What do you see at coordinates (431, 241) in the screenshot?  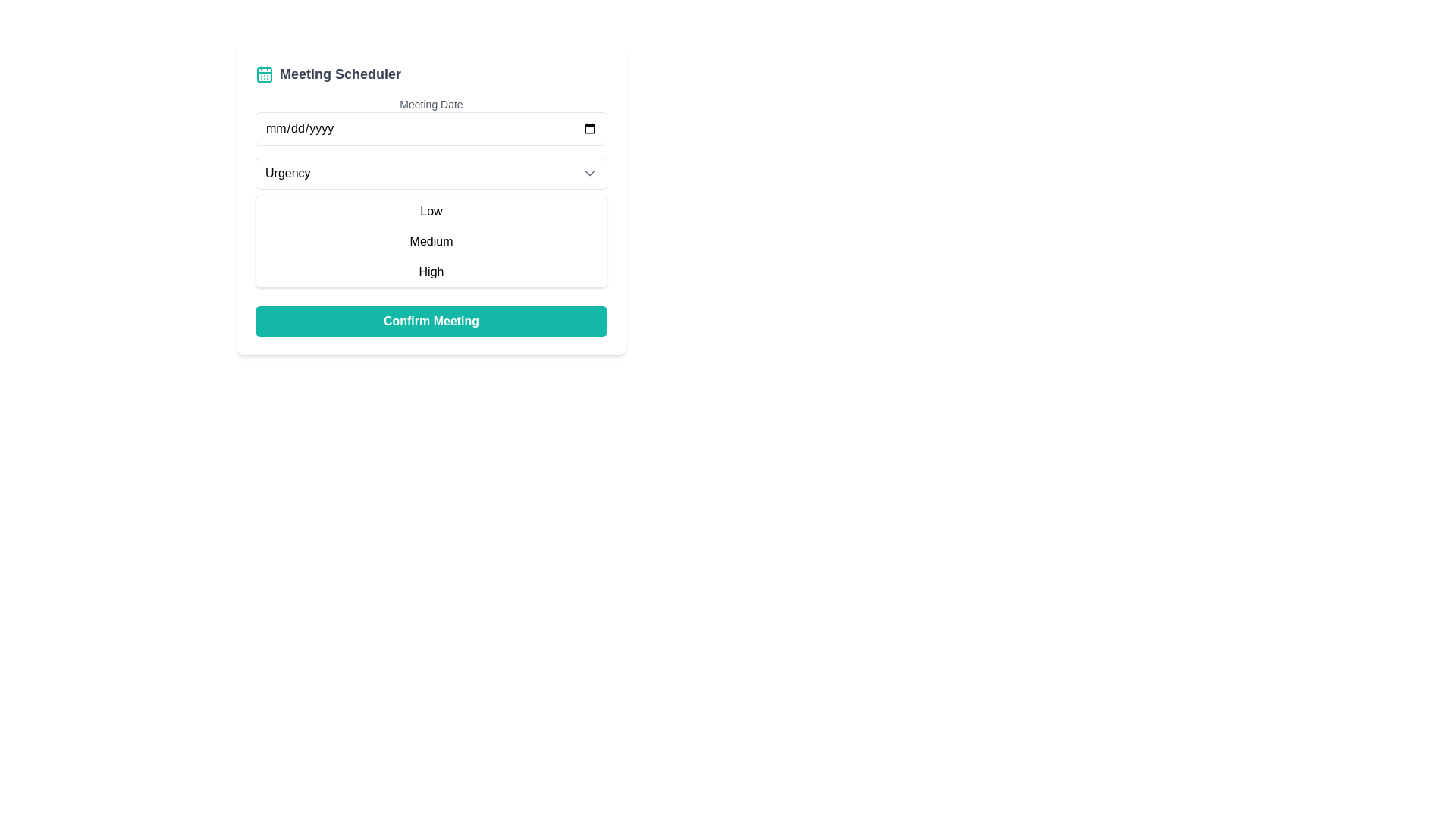 I see `the selectable option labeled 'Medium' within the urgency selection menu` at bounding box center [431, 241].